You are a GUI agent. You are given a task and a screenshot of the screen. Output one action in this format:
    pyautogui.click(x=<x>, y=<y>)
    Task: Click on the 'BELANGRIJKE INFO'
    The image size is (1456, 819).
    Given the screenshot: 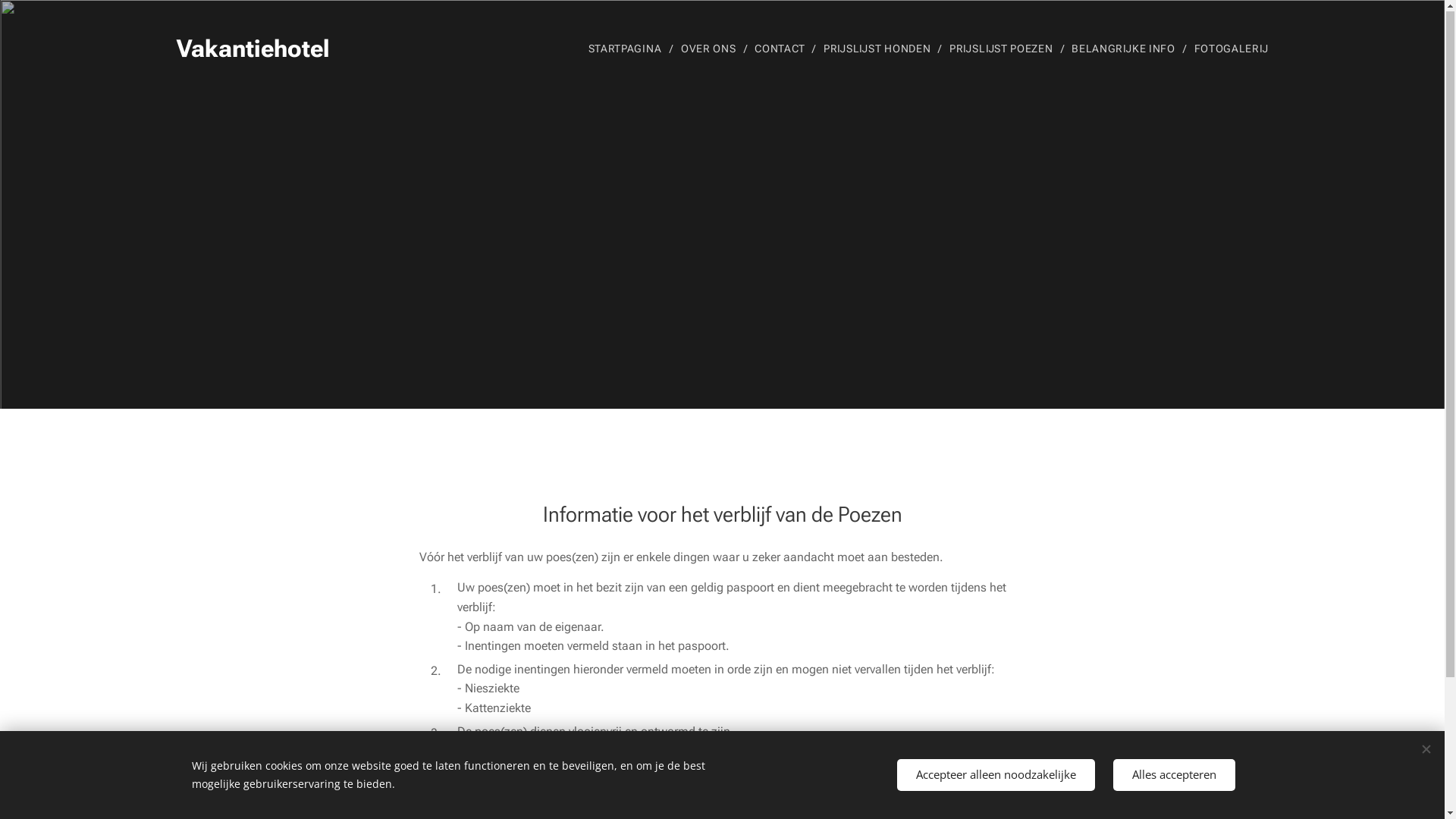 What is the action you would take?
    pyautogui.click(x=1125, y=49)
    